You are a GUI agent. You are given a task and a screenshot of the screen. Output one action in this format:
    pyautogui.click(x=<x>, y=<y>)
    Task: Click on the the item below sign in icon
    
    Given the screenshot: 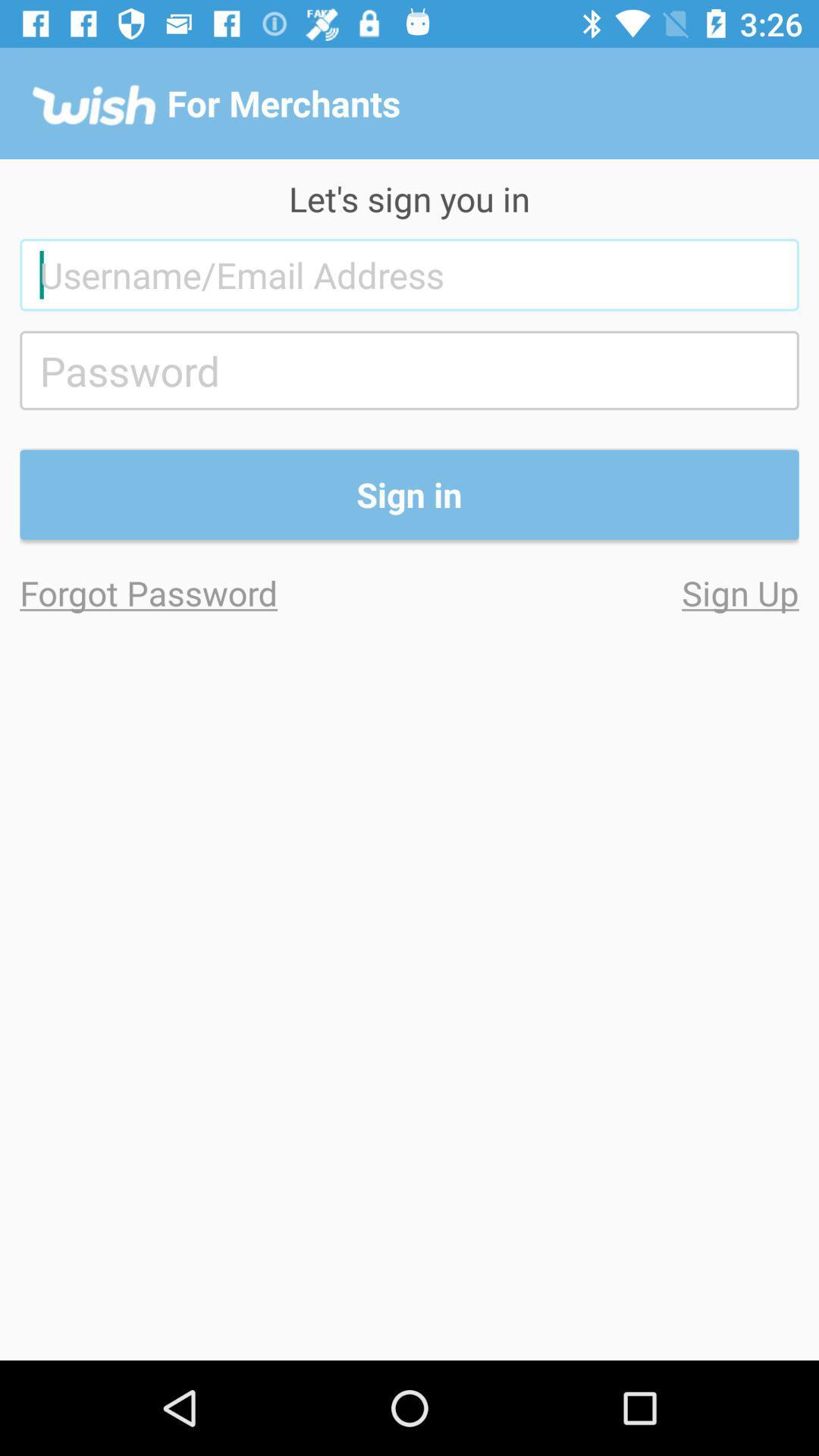 What is the action you would take?
    pyautogui.click(x=215, y=591)
    